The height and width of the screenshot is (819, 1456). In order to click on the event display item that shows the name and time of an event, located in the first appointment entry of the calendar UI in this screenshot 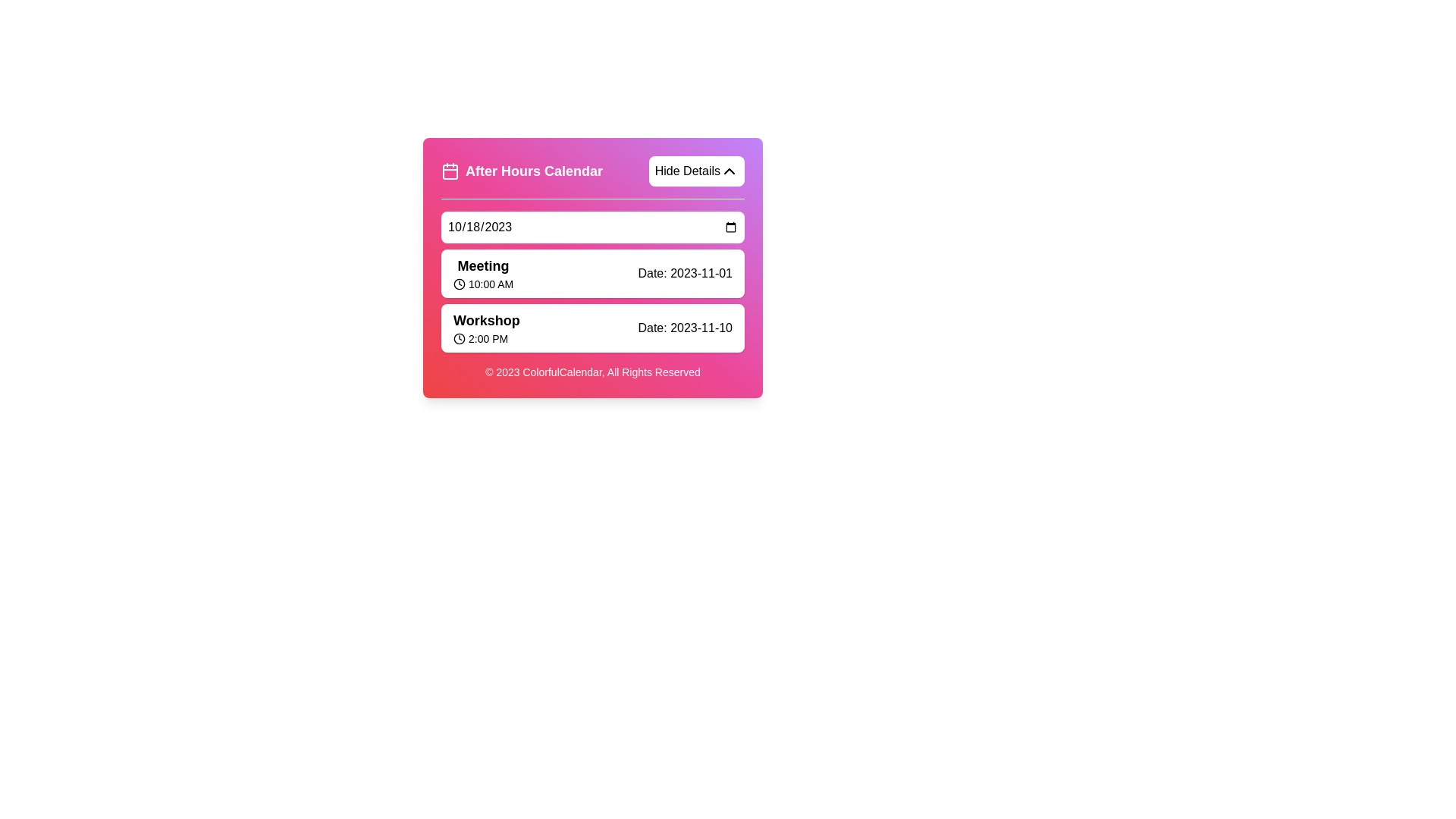, I will do `click(482, 274)`.